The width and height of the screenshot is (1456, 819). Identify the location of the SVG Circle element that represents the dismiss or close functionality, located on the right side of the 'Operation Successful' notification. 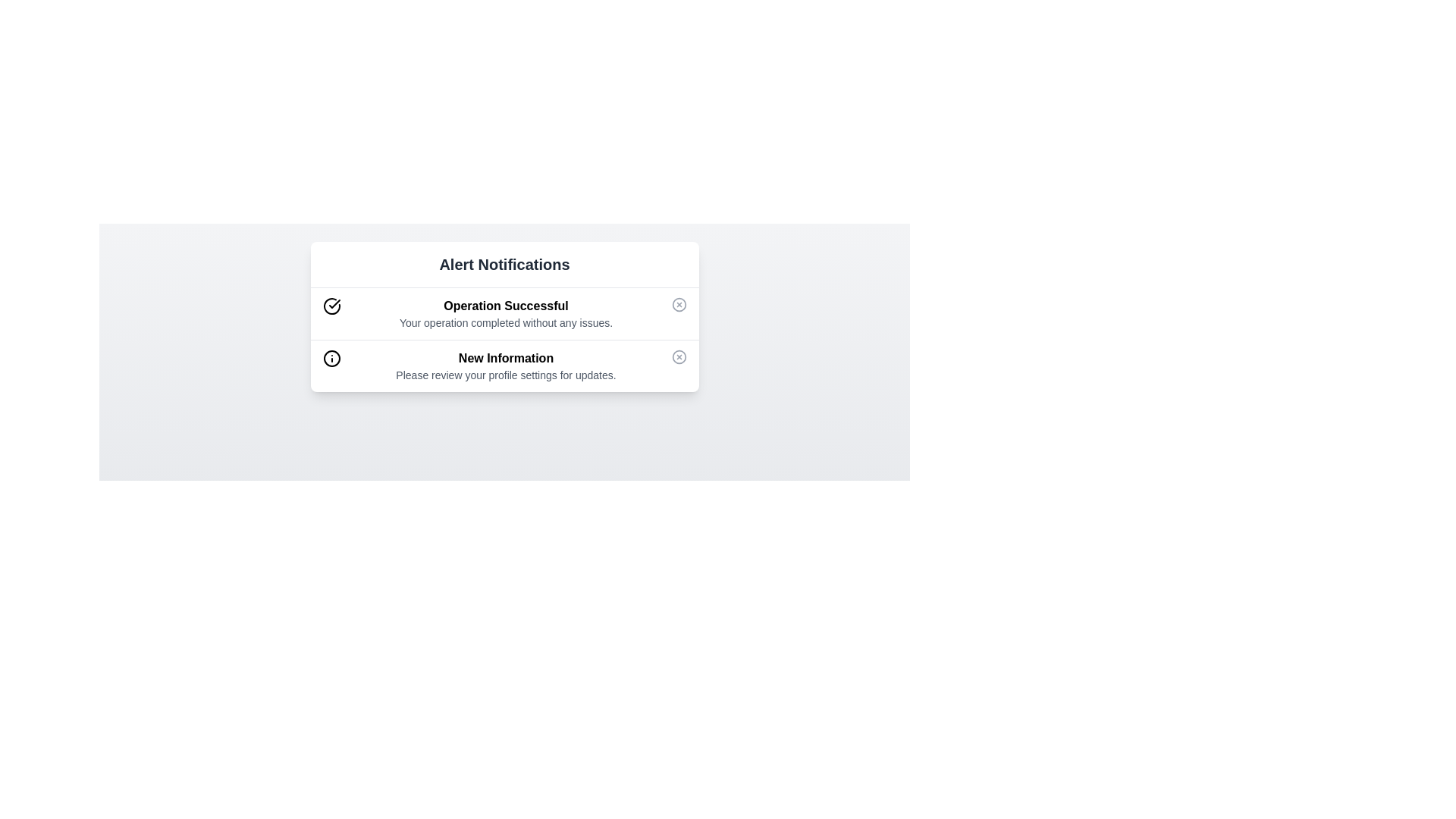
(678, 304).